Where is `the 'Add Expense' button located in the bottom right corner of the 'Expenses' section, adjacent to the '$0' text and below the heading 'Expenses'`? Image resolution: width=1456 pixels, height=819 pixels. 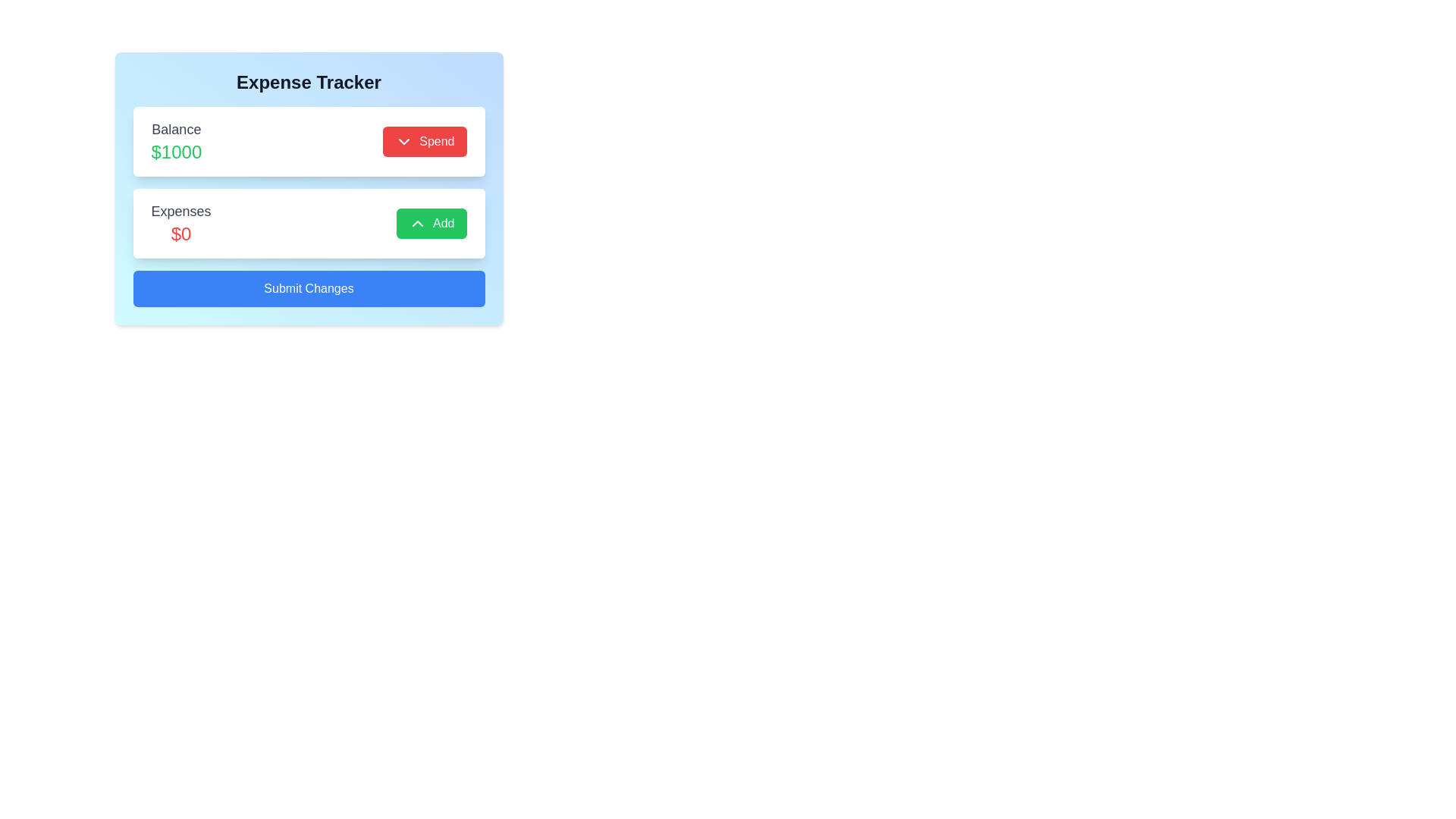 the 'Add Expense' button located in the bottom right corner of the 'Expenses' section, adjacent to the '$0' text and below the heading 'Expenses' is located at coordinates (431, 223).